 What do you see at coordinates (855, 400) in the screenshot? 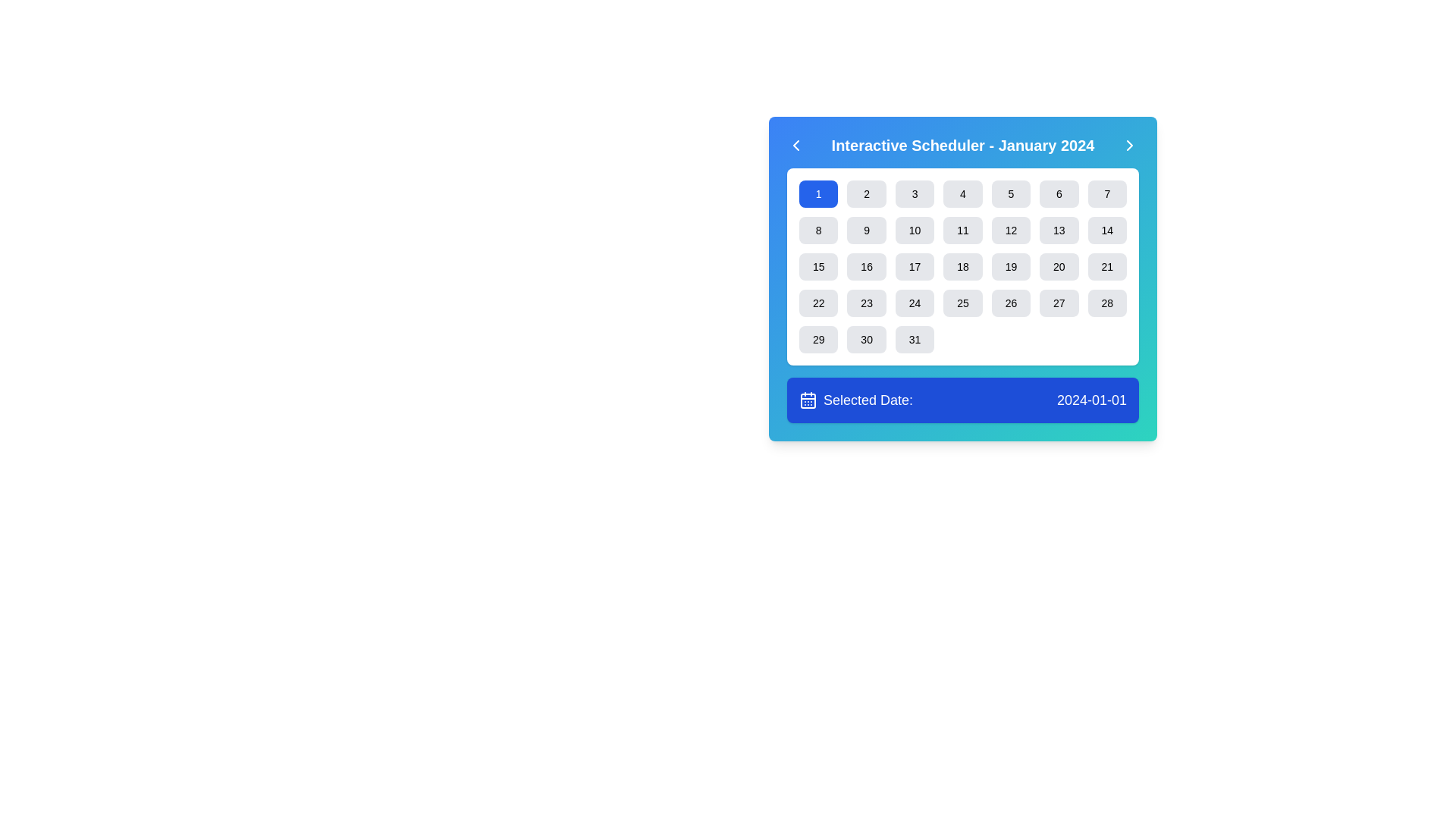
I see `the informational label with an icon located in the blue footer section of the scheduler interface, positioned to the left of the displayed date '2024-01-01.'` at bounding box center [855, 400].